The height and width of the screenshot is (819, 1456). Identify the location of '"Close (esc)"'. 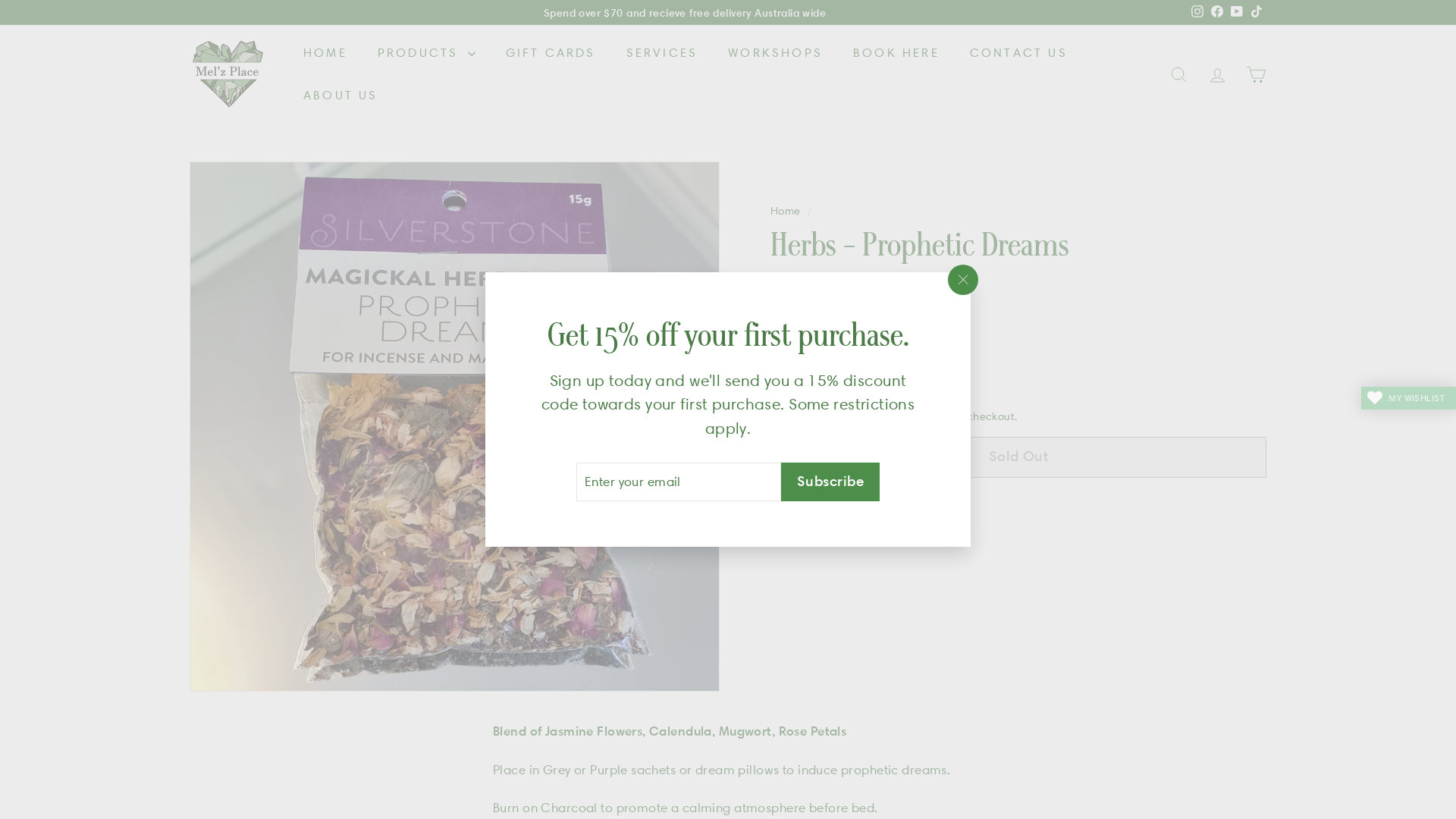
(962, 280).